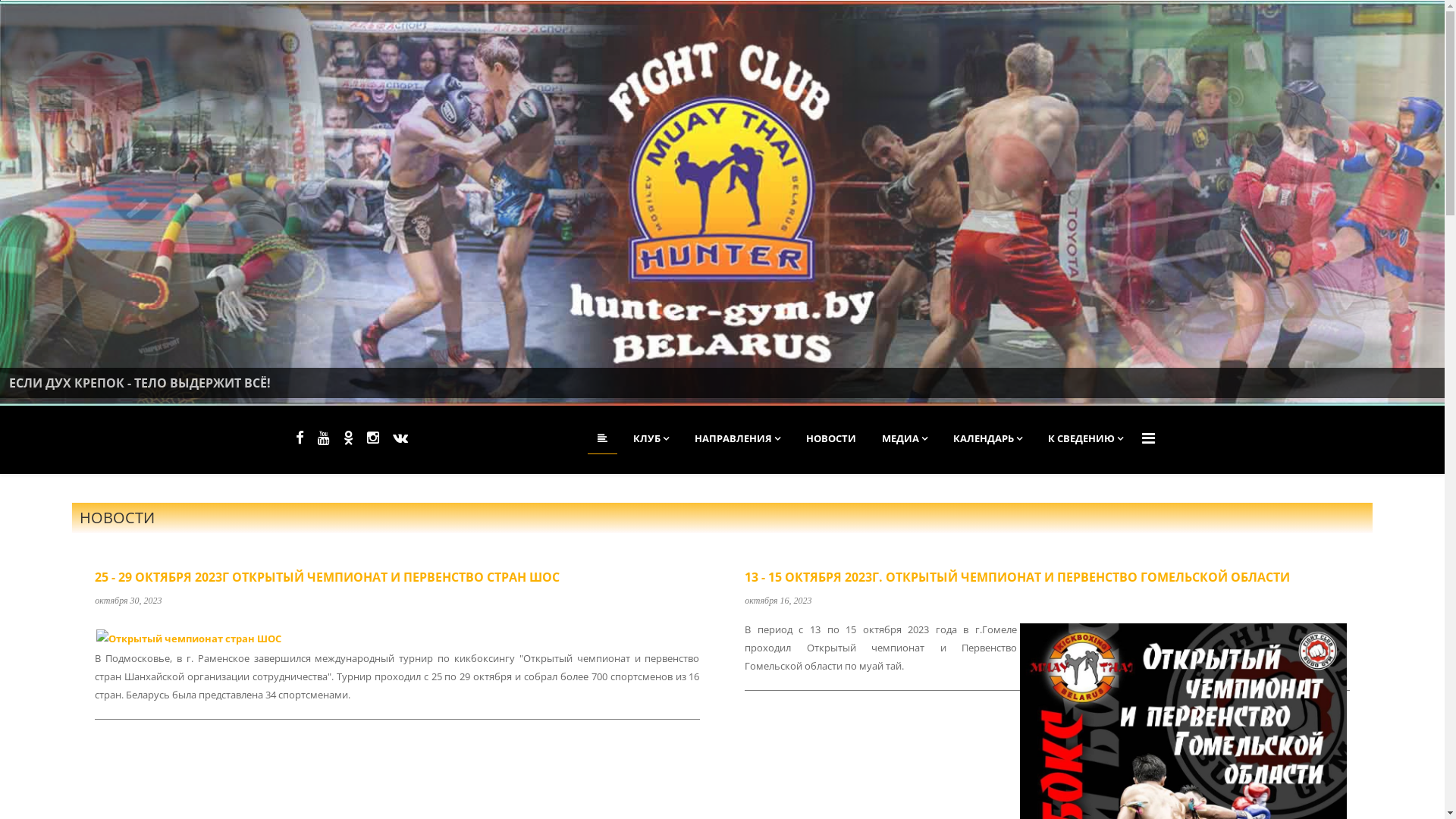  I want to click on 'Menu', so click(1142, 438).